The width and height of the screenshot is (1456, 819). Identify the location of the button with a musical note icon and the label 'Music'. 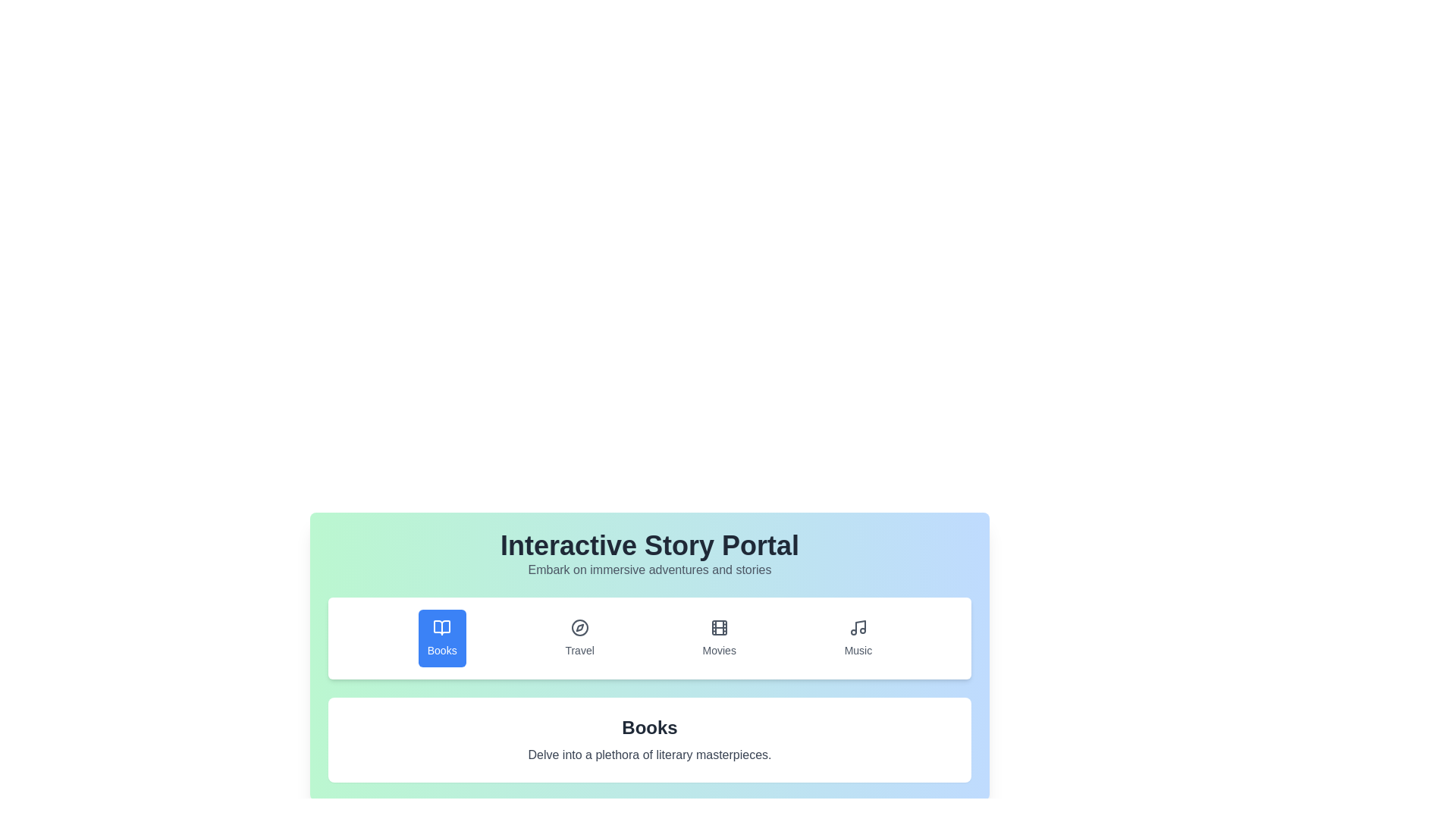
(858, 638).